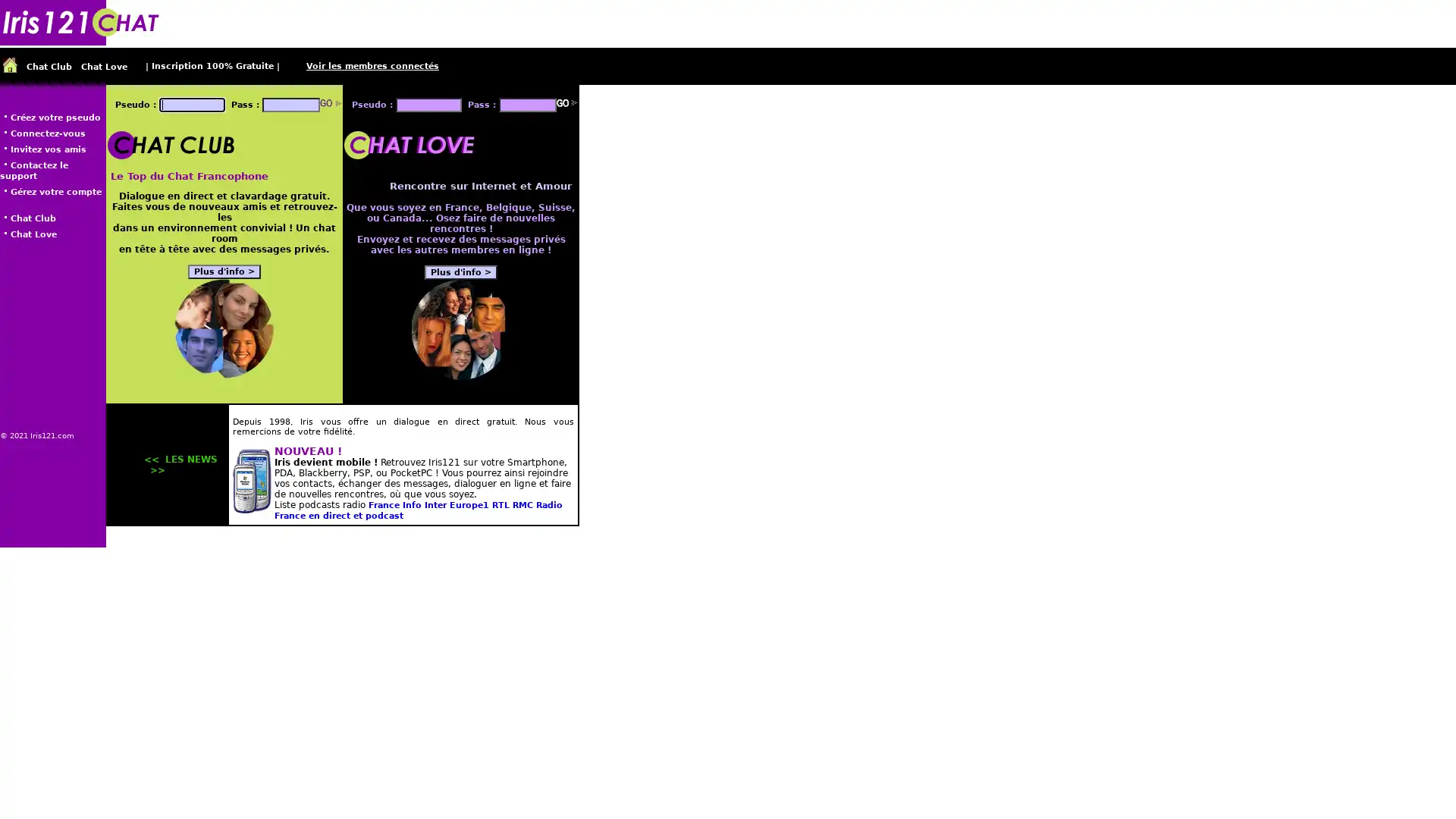 The height and width of the screenshot is (819, 1456). Describe the element at coordinates (224, 271) in the screenshot. I see `Plus d'info >` at that location.